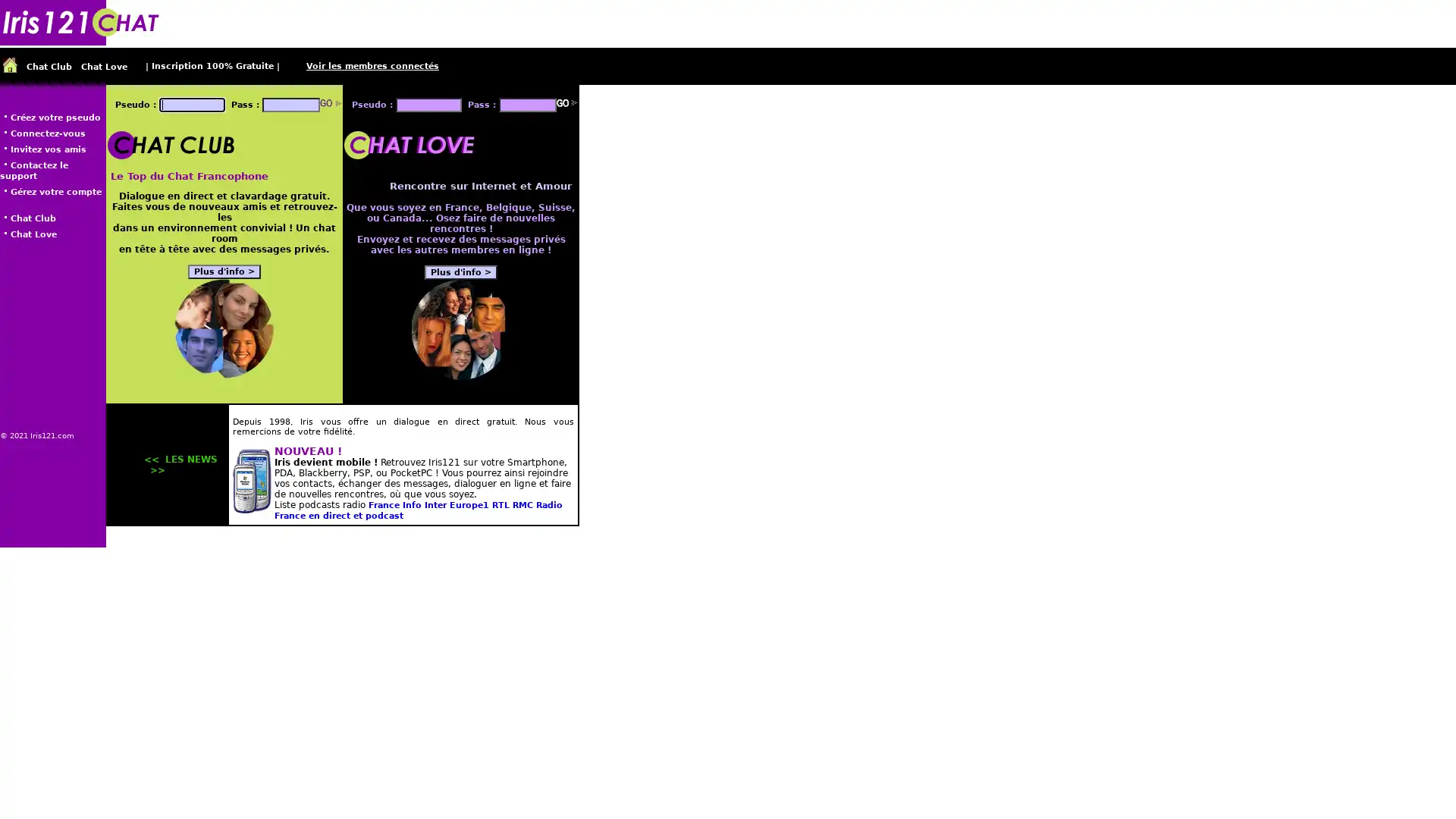 The height and width of the screenshot is (819, 1456). Describe the element at coordinates (224, 271) in the screenshot. I see `Plus d'info >` at that location.